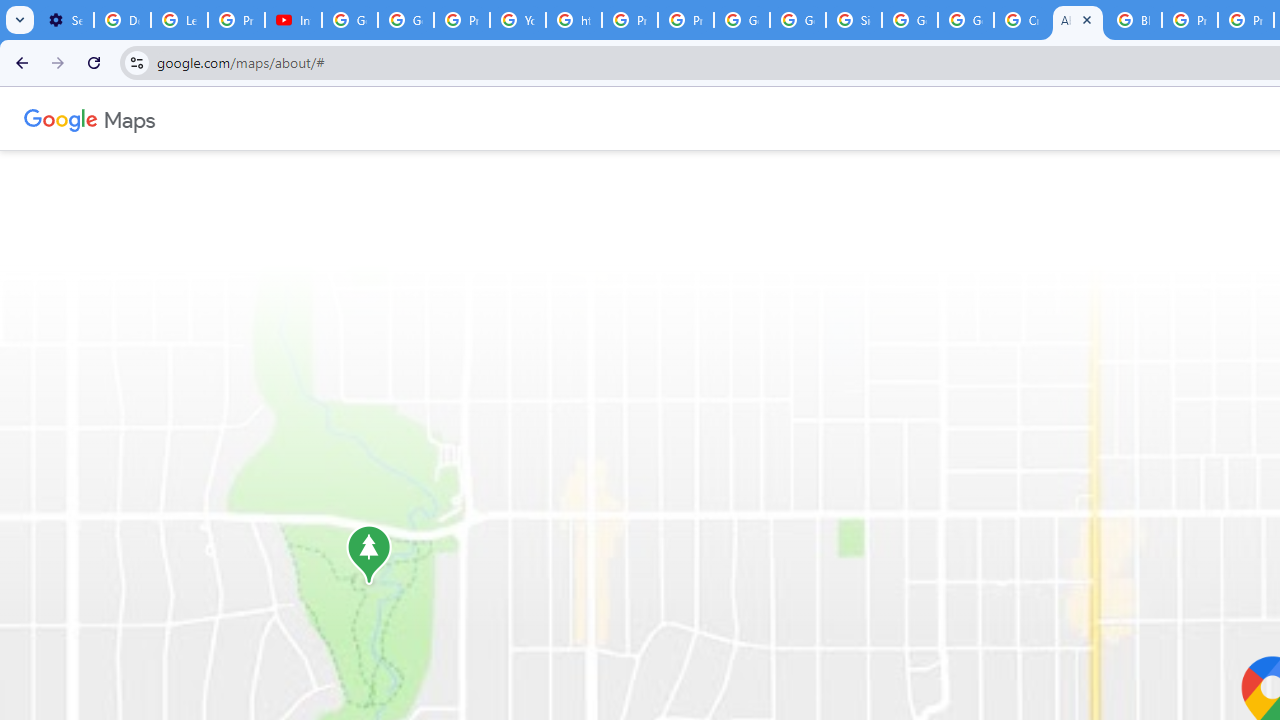 The width and height of the screenshot is (1280, 720). Describe the element at coordinates (628, 20) in the screenshot. I see `'Privacy Help Center - Policies Help'` at that location.